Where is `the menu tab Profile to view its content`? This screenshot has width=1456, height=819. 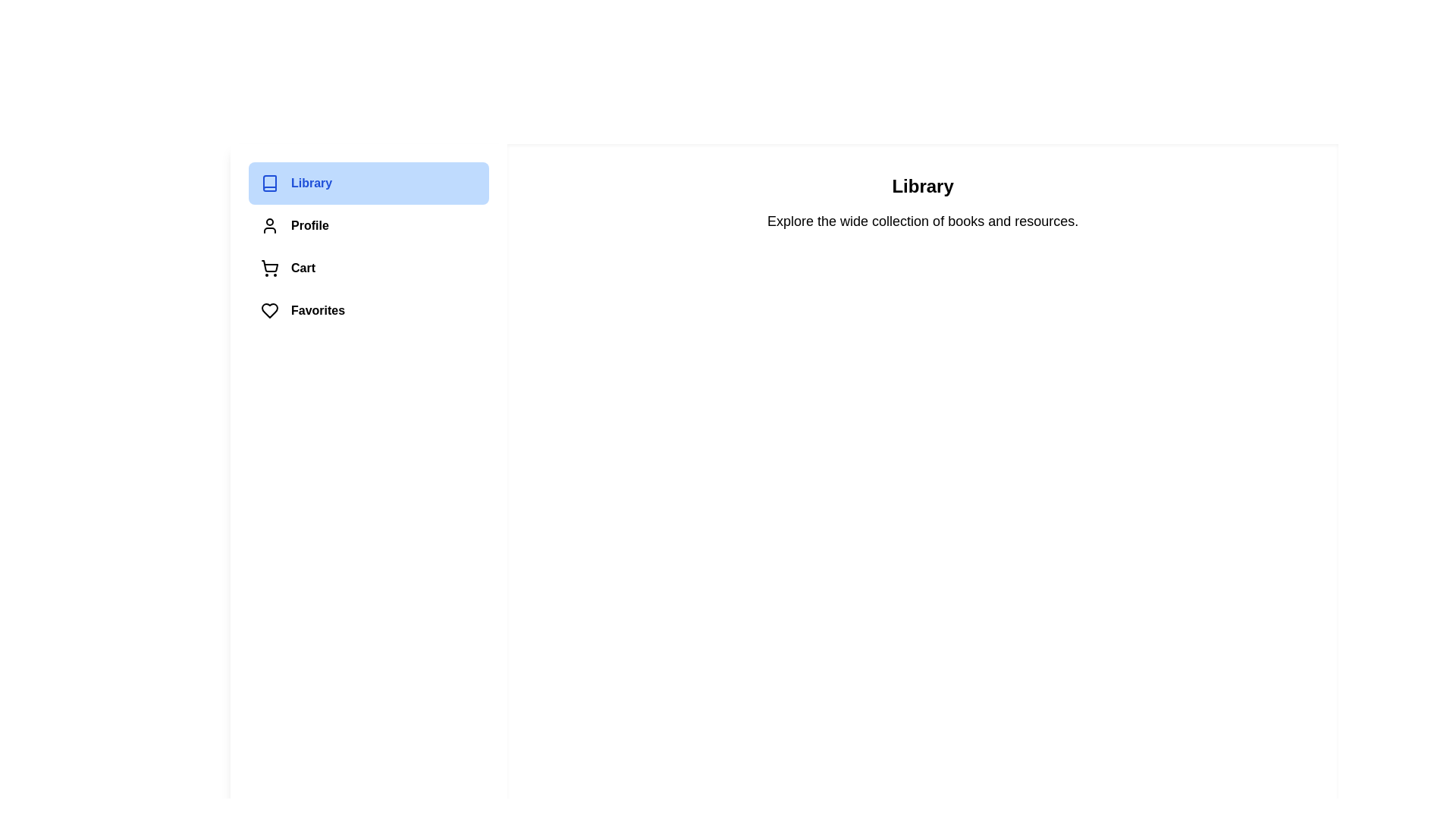 the menu tab Profile to view its content is located at coordinates (368, 225).